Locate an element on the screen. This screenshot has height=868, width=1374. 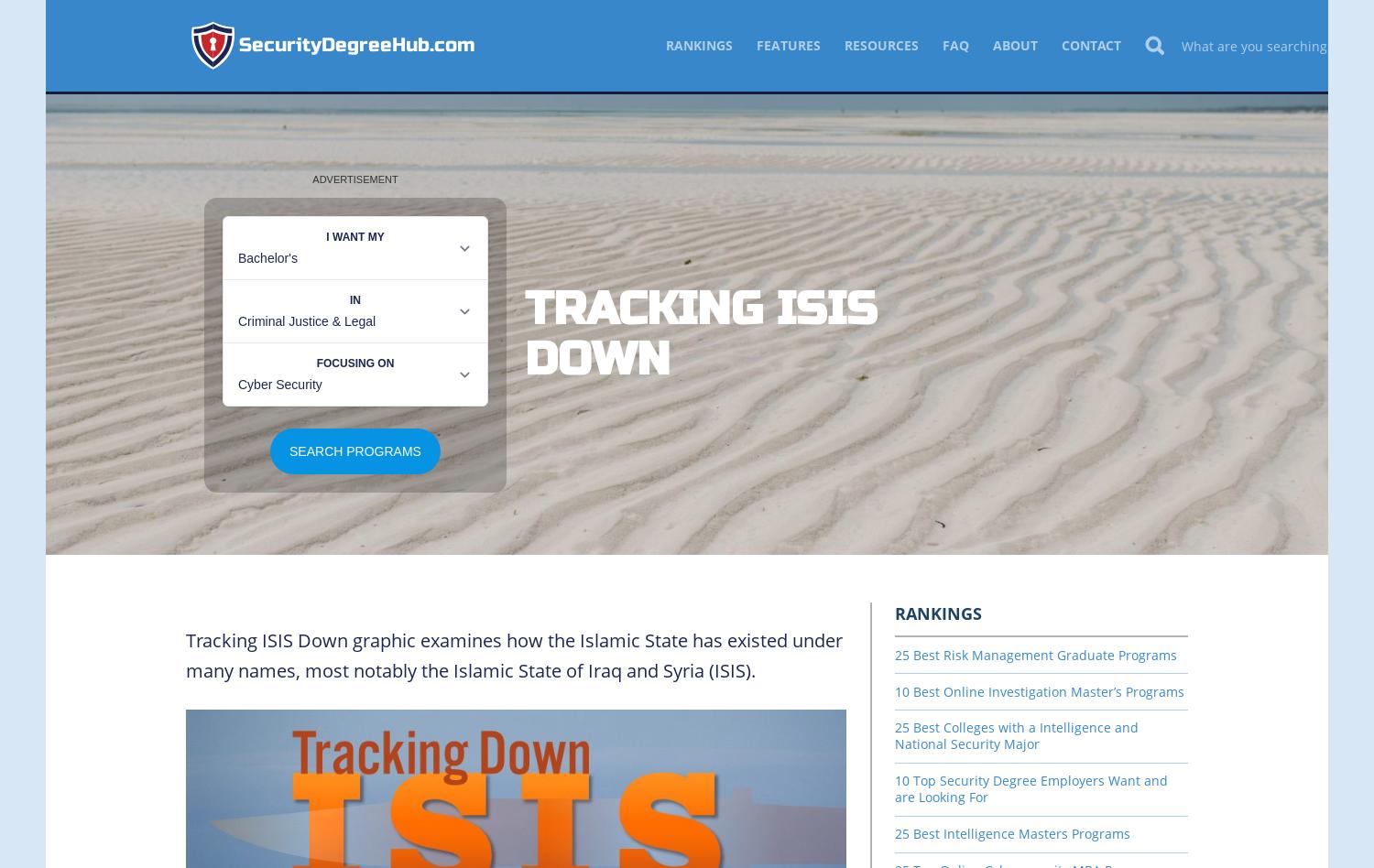
'Resources' is located at coordinates (880, 45).